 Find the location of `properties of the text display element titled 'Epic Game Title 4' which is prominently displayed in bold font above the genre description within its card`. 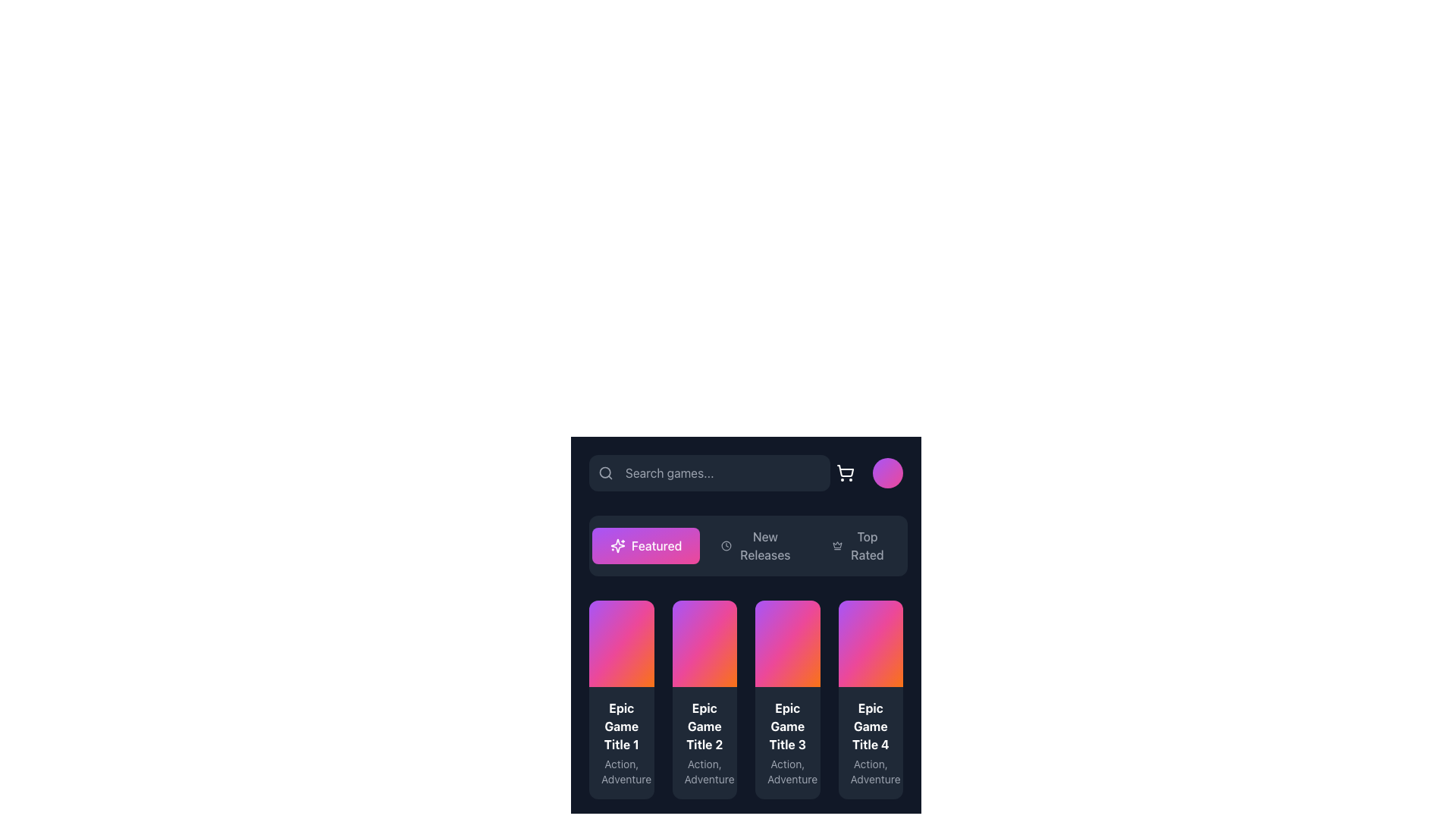

properties of the text display element titled 'Epic Game Title 4' which is prominently displayed in bold font above the genre description within its card is located at coordinates (871, 668).